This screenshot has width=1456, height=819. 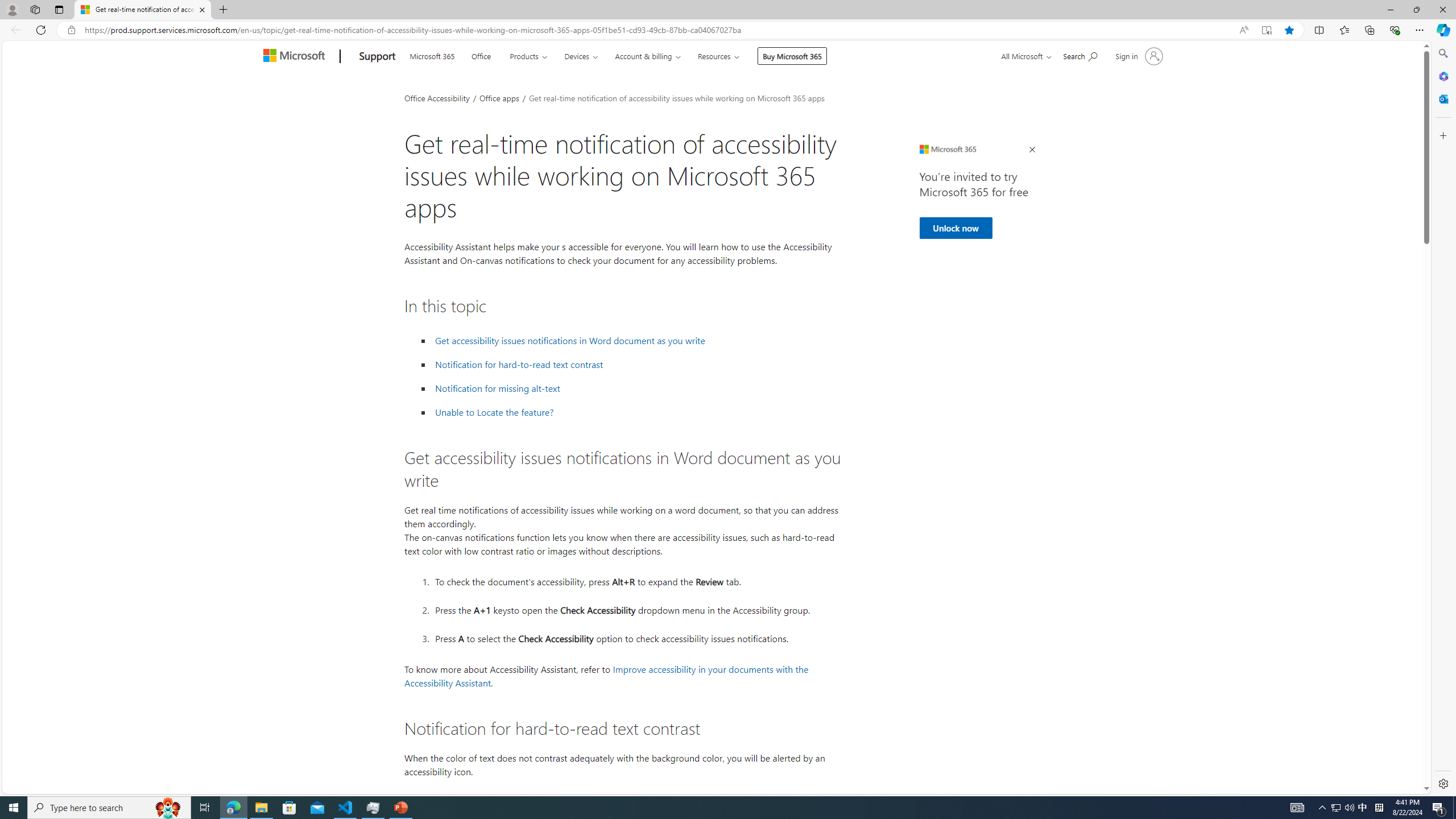 I want to click on 'Microsoft 365', so click(x=432, y=54).